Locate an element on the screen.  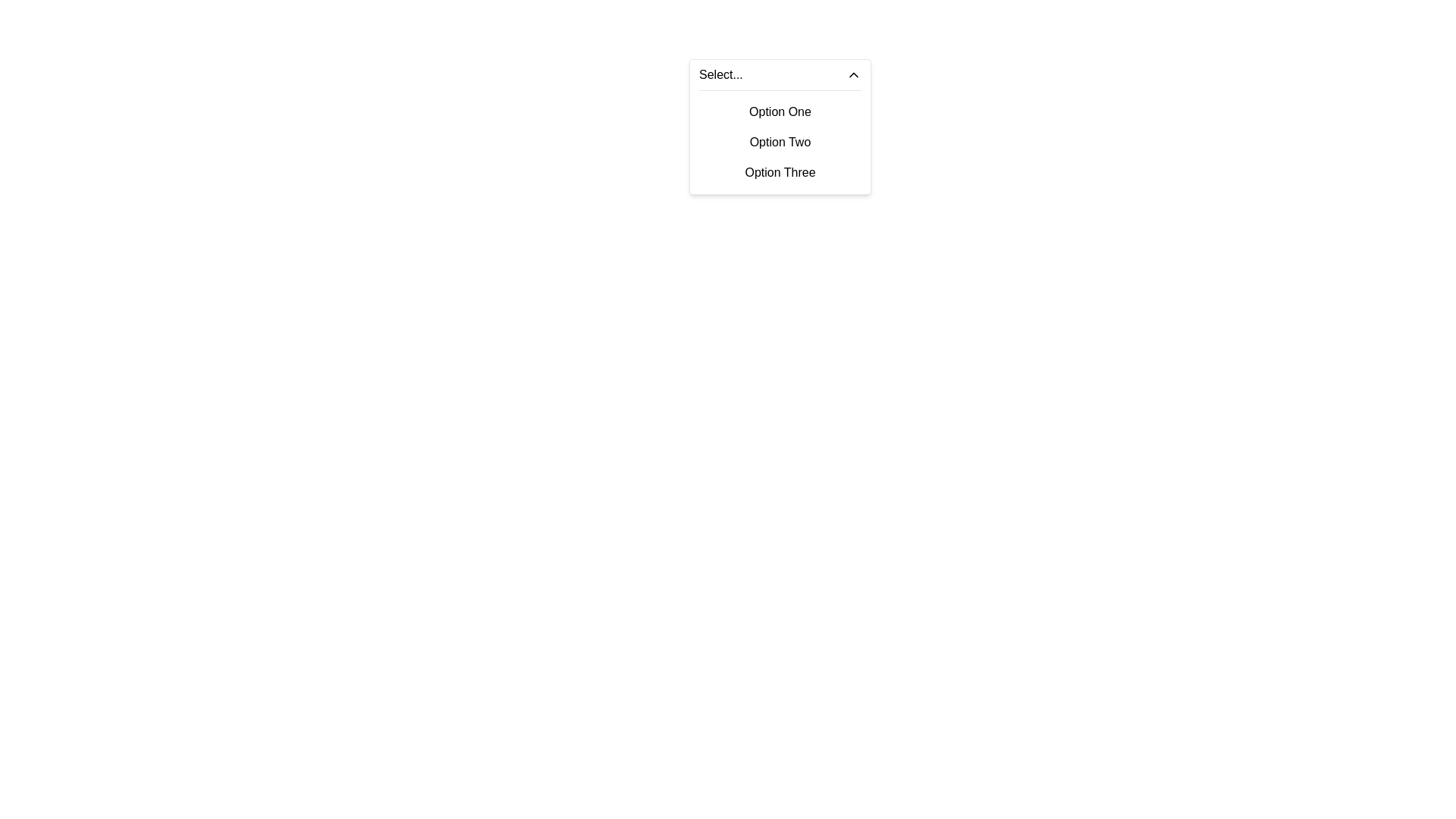
the dropdown menu option group located directly below the text 'Select...' is located at coordinates (780, 139).